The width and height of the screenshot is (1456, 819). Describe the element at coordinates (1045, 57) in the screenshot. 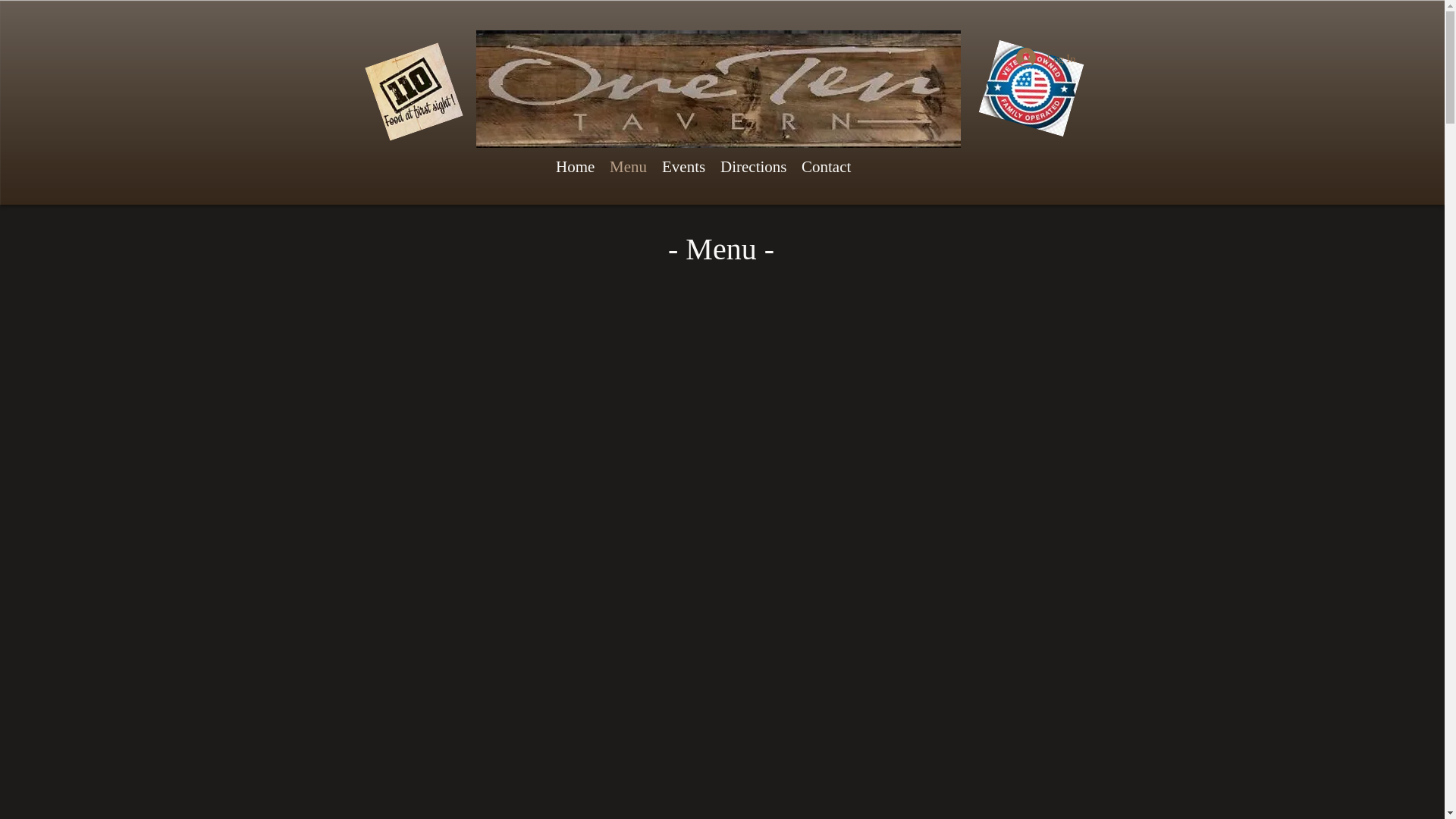

I see `'Log In'` at that location.